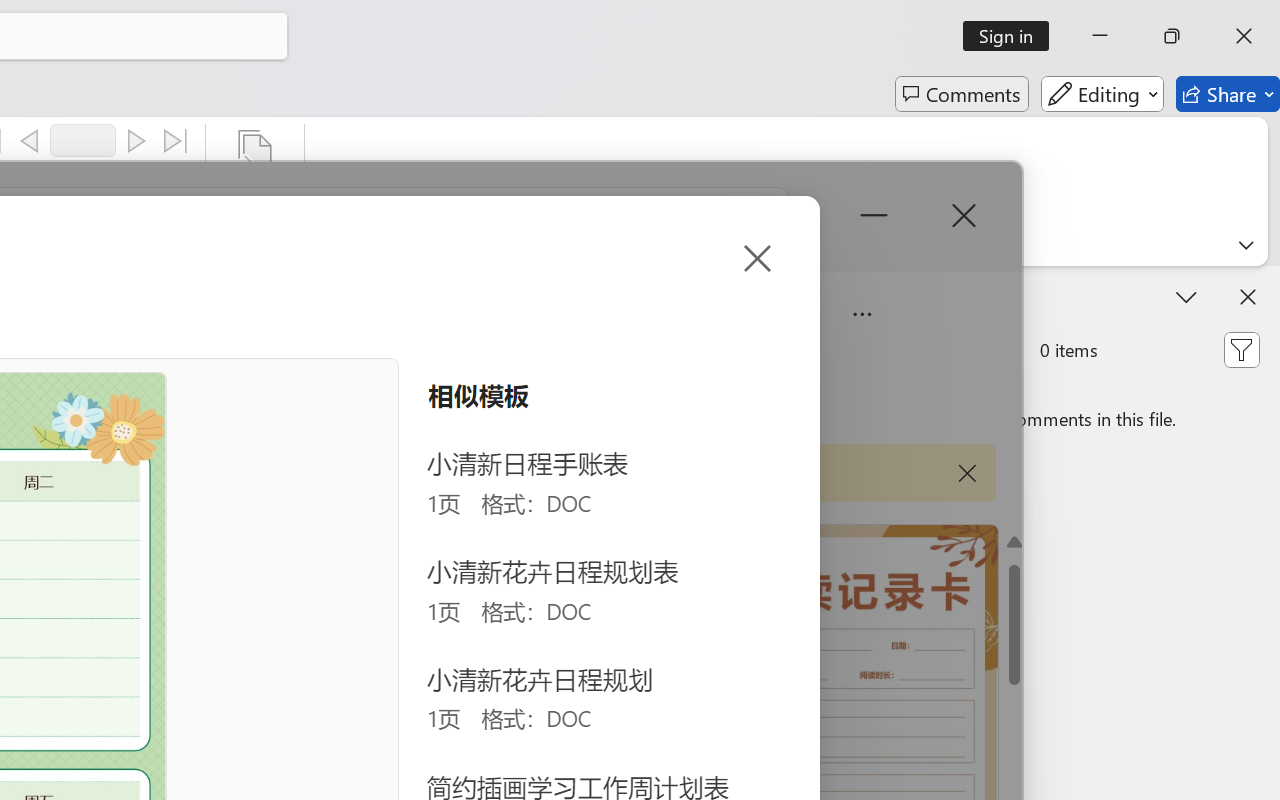  I want to click on 'Previous', so click(29, 141).